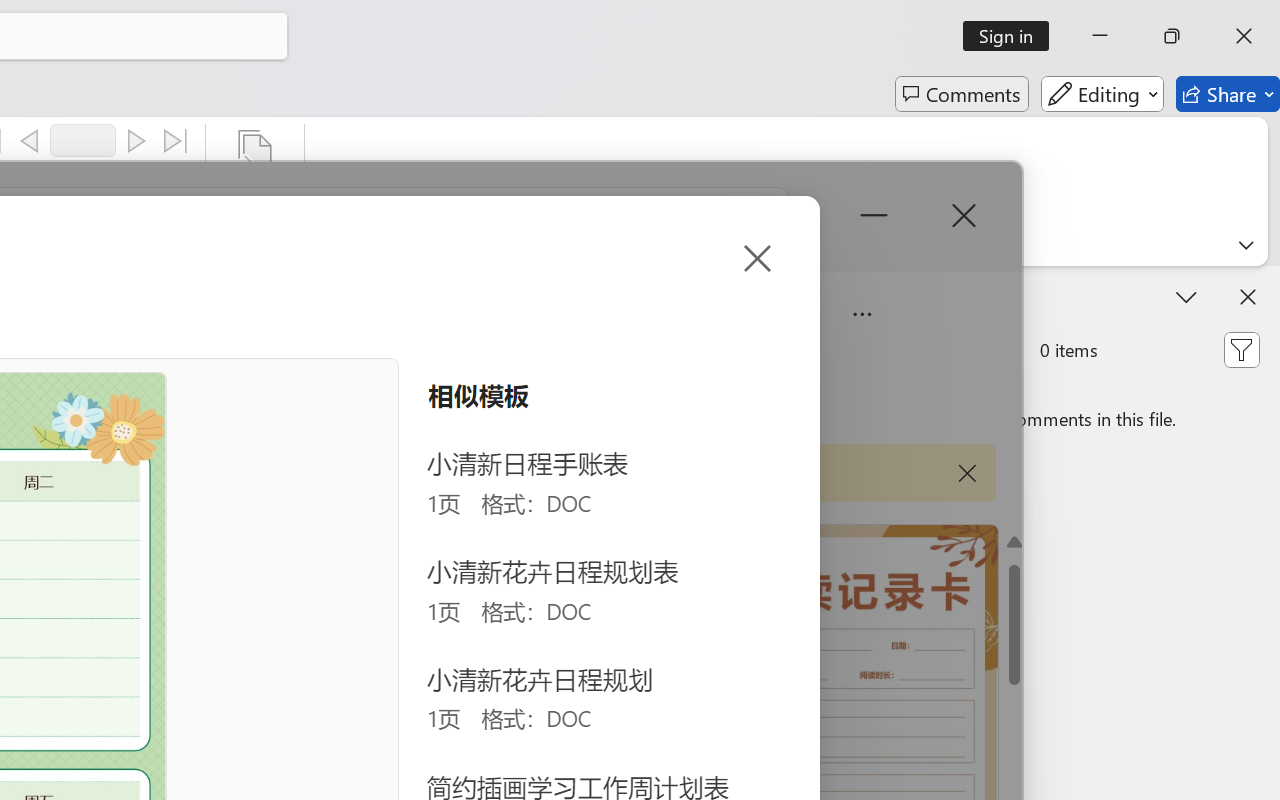  I want to click on 'Previous', so click(29, 141).